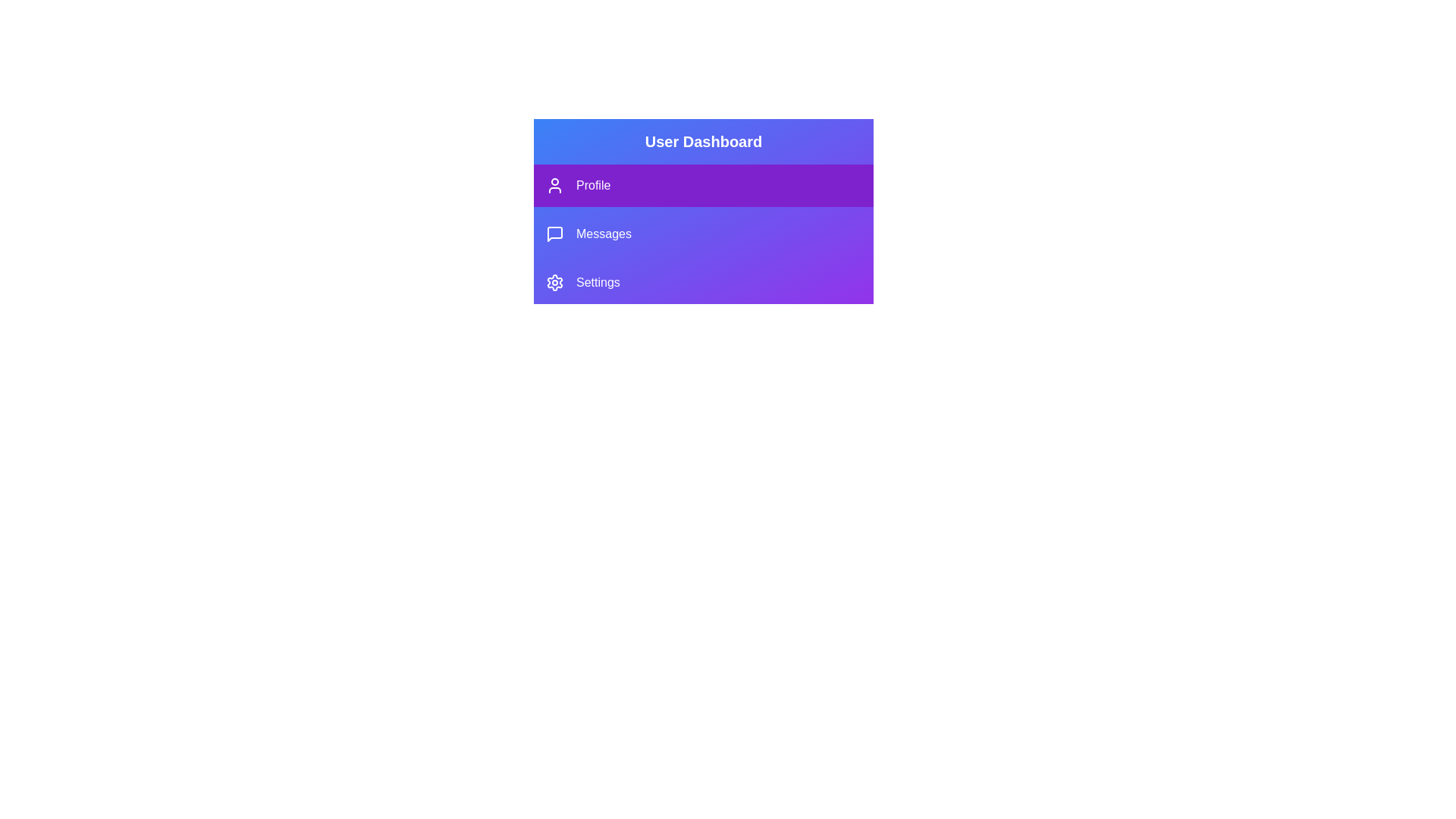  What do you see at coordinates (702, 283) in the screenshot?
I see `the menu item Settings from the ProfileSidebar component` at bounding box center [702, 283].